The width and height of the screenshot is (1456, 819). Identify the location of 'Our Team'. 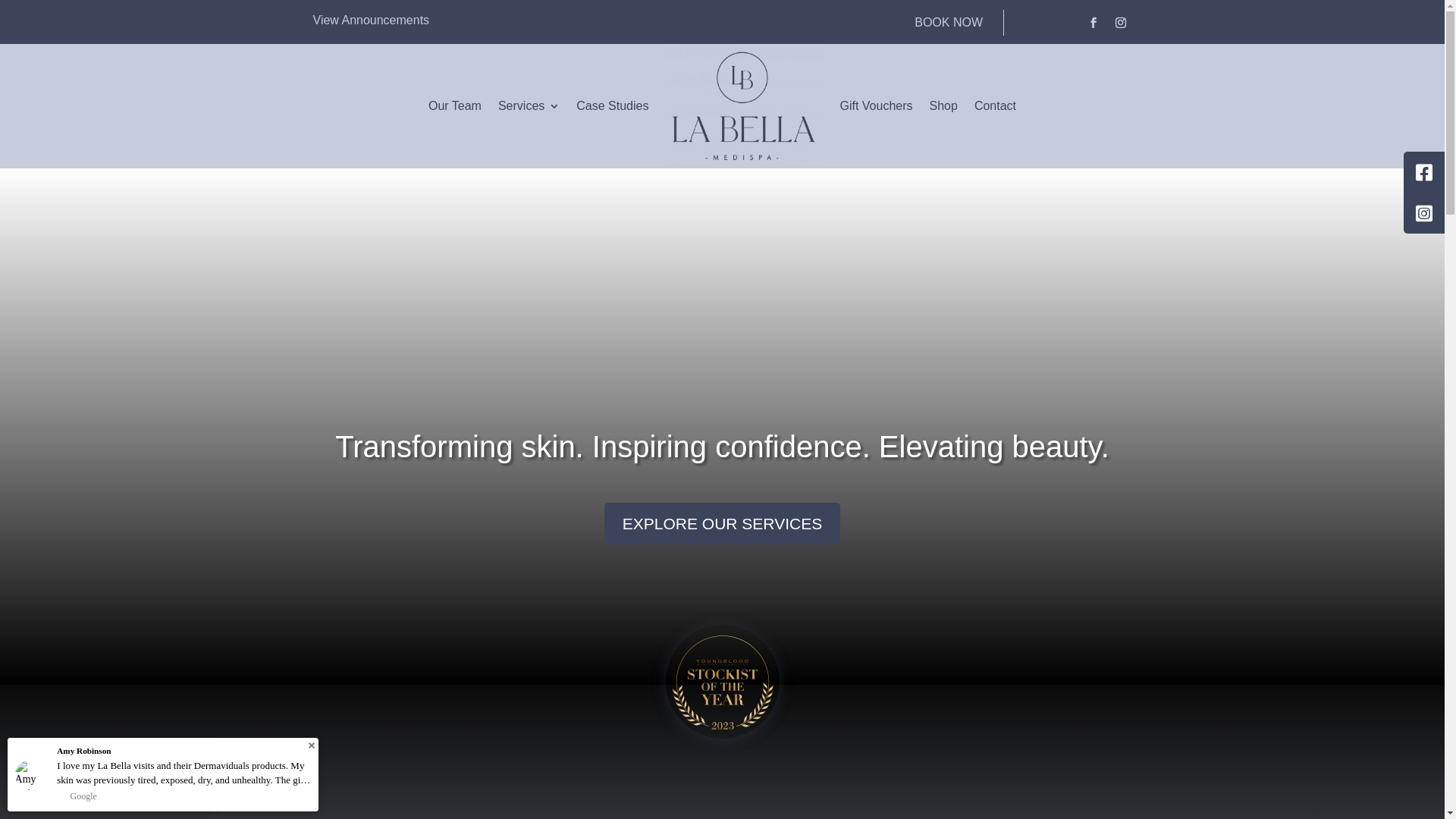
(428, 105).